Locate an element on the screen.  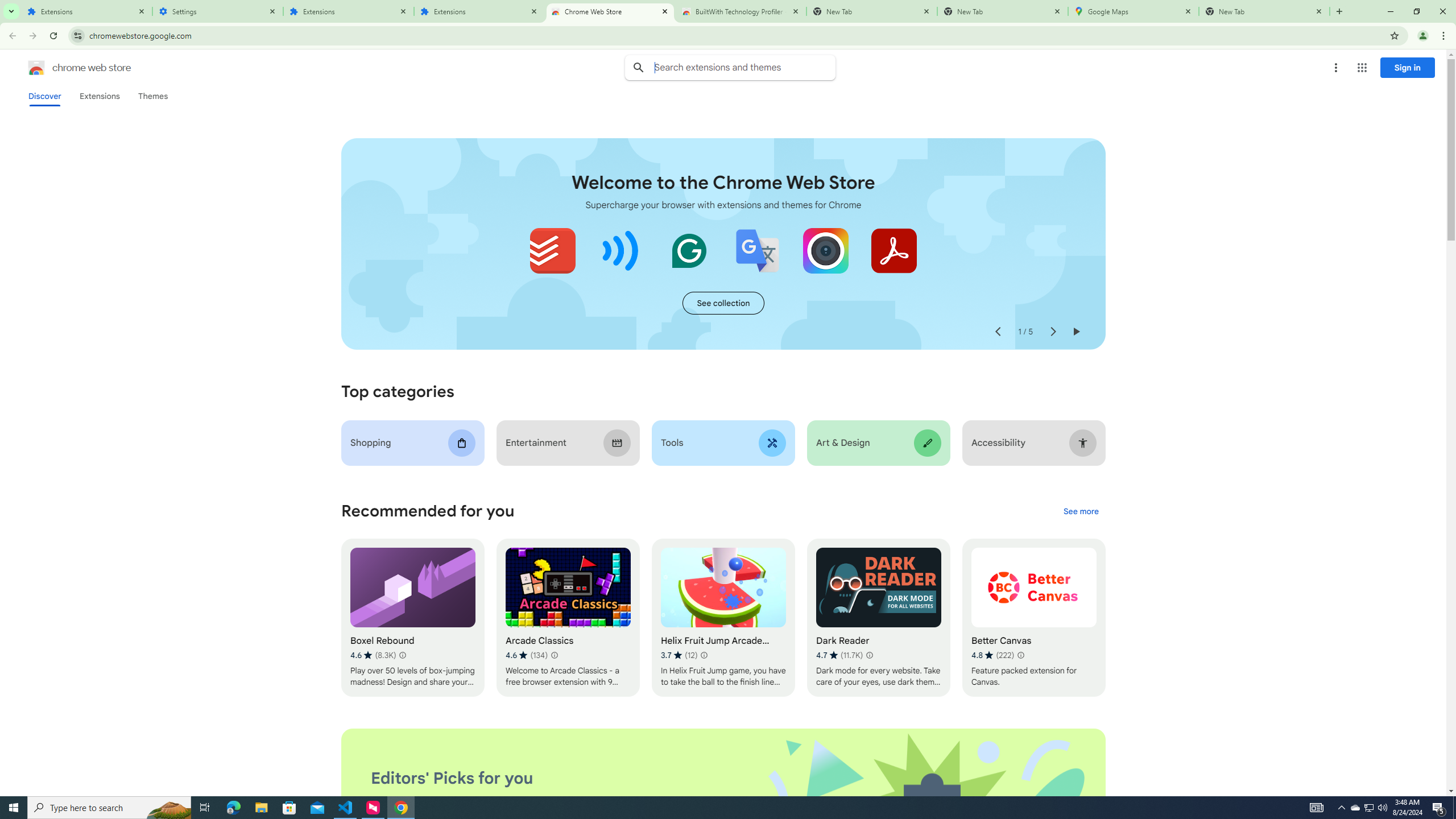
'Learn more about results and reviews "Boxel Rebound"' is located at coordinates (402, 655).